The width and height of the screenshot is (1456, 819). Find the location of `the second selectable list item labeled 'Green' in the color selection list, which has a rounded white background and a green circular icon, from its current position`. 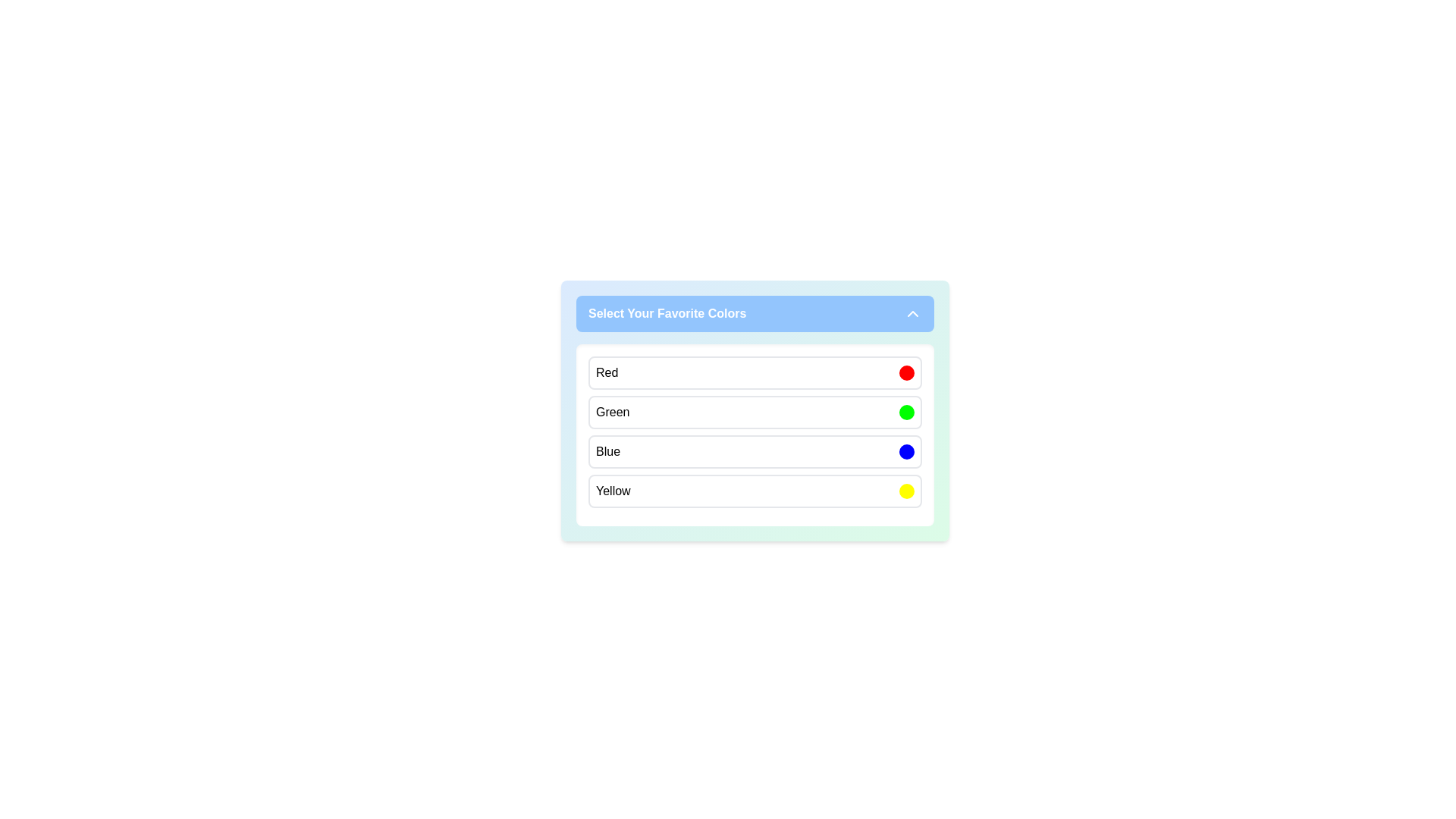

the second selectable list item labeled 'Green' in the color selection list, which has a rounded white background and a green circular icon, from its current position is located at coordinates (755, 412).